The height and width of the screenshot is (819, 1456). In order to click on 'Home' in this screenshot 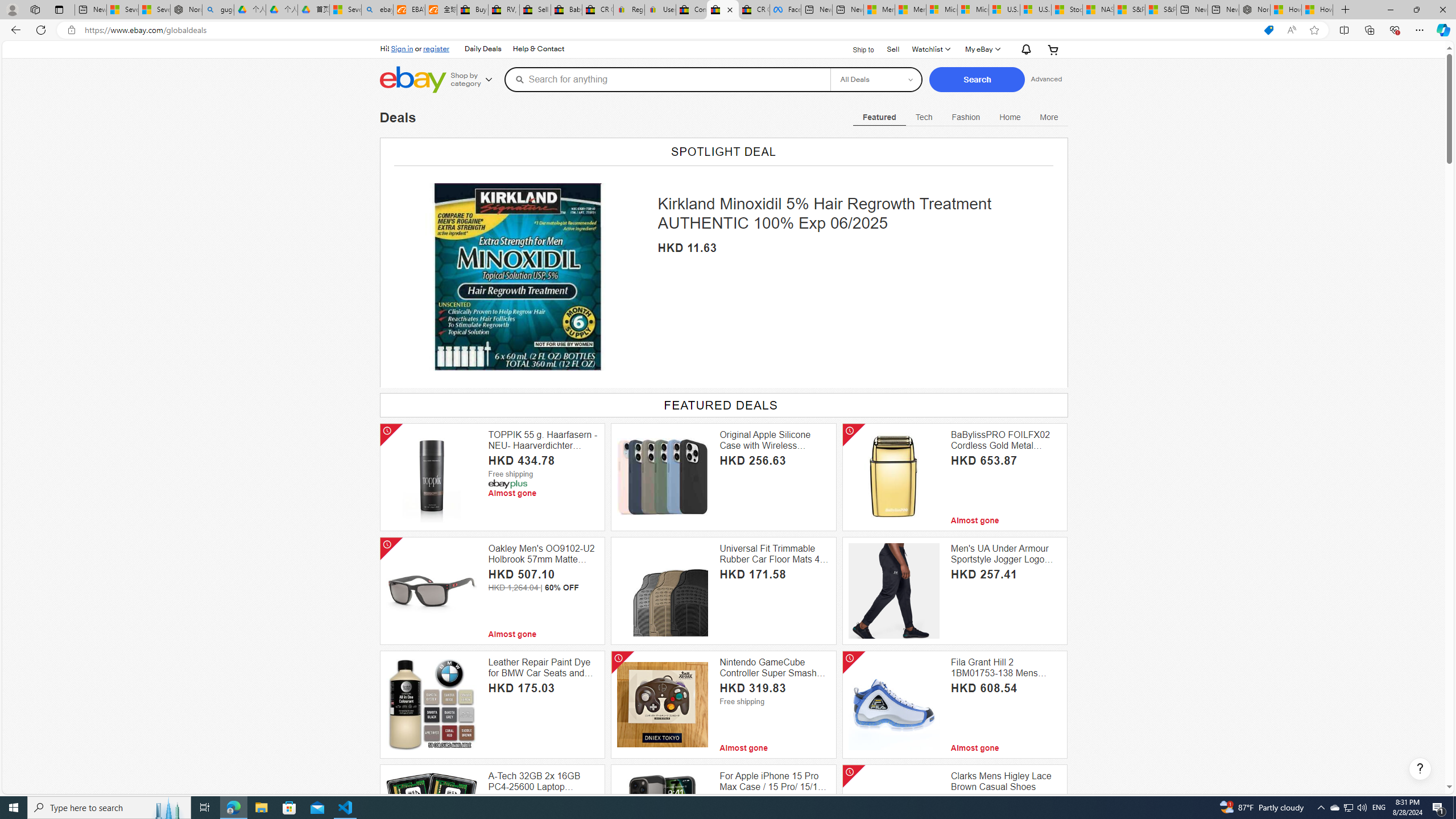, I will do `click(1010, 116)`.